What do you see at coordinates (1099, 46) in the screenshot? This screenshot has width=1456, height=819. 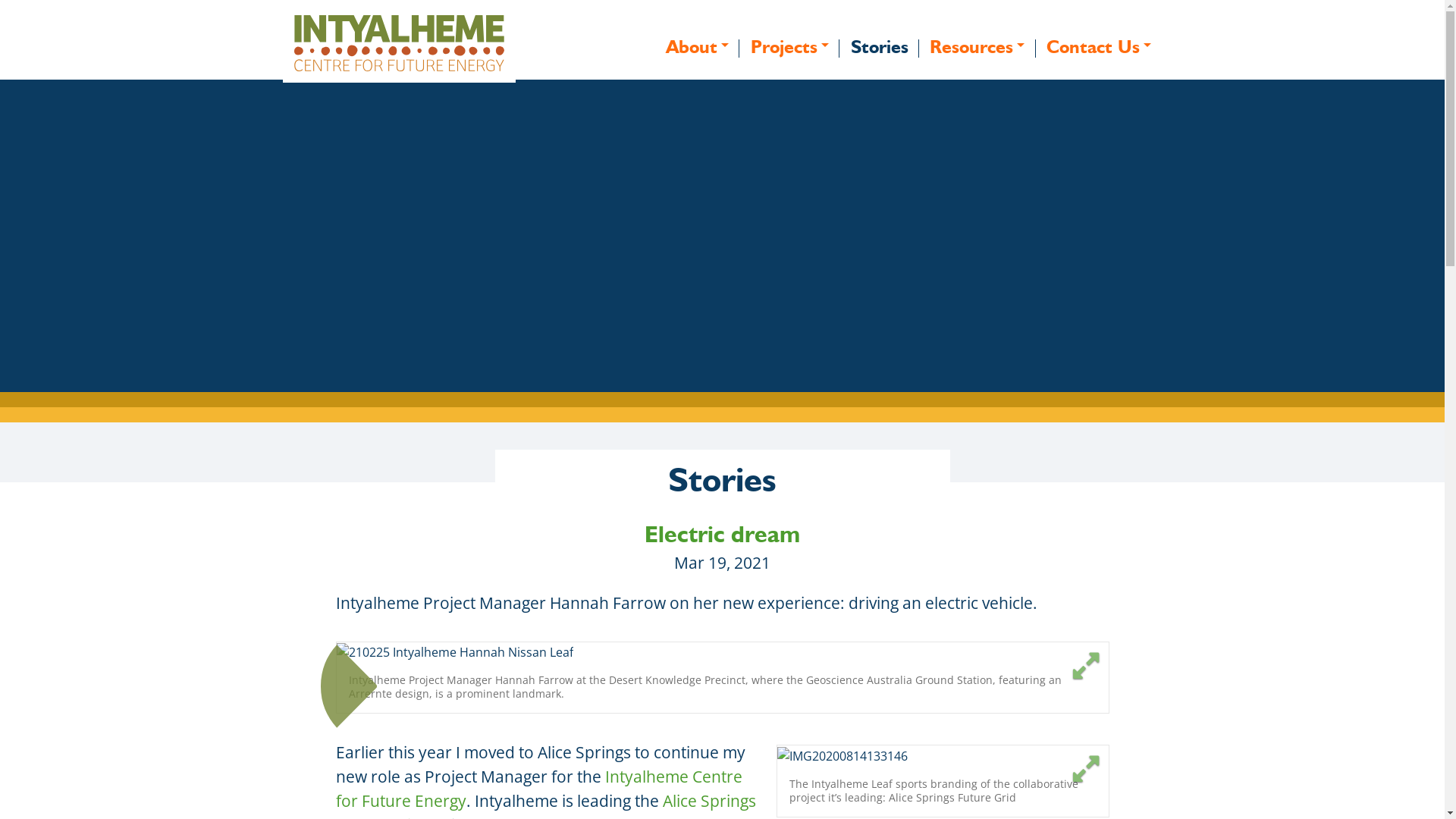 I see `'Contact Us'` at bounding box center [1099, 46].